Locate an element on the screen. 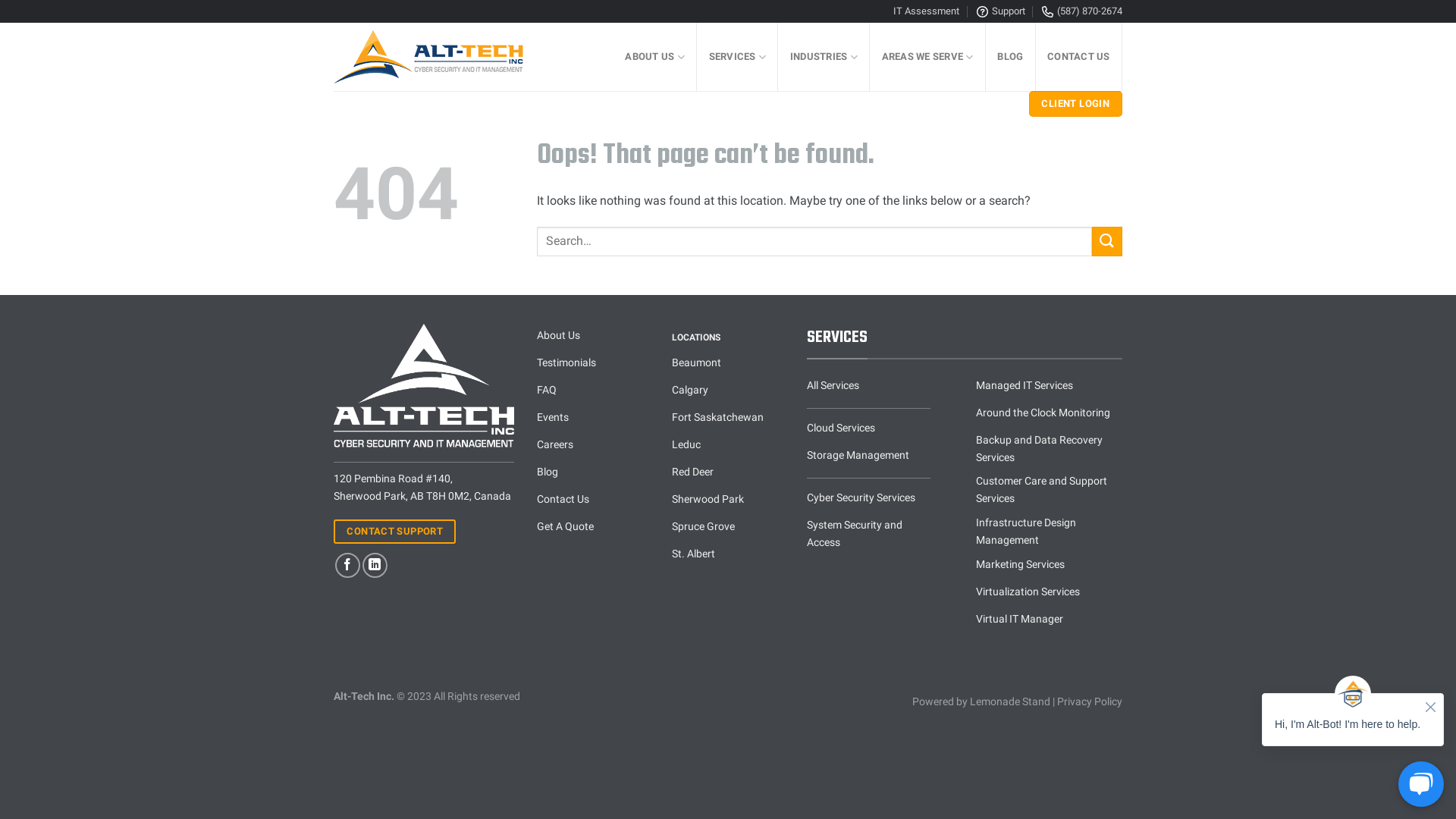  'INDUSTRIES' is located at coordinates (823, 55).